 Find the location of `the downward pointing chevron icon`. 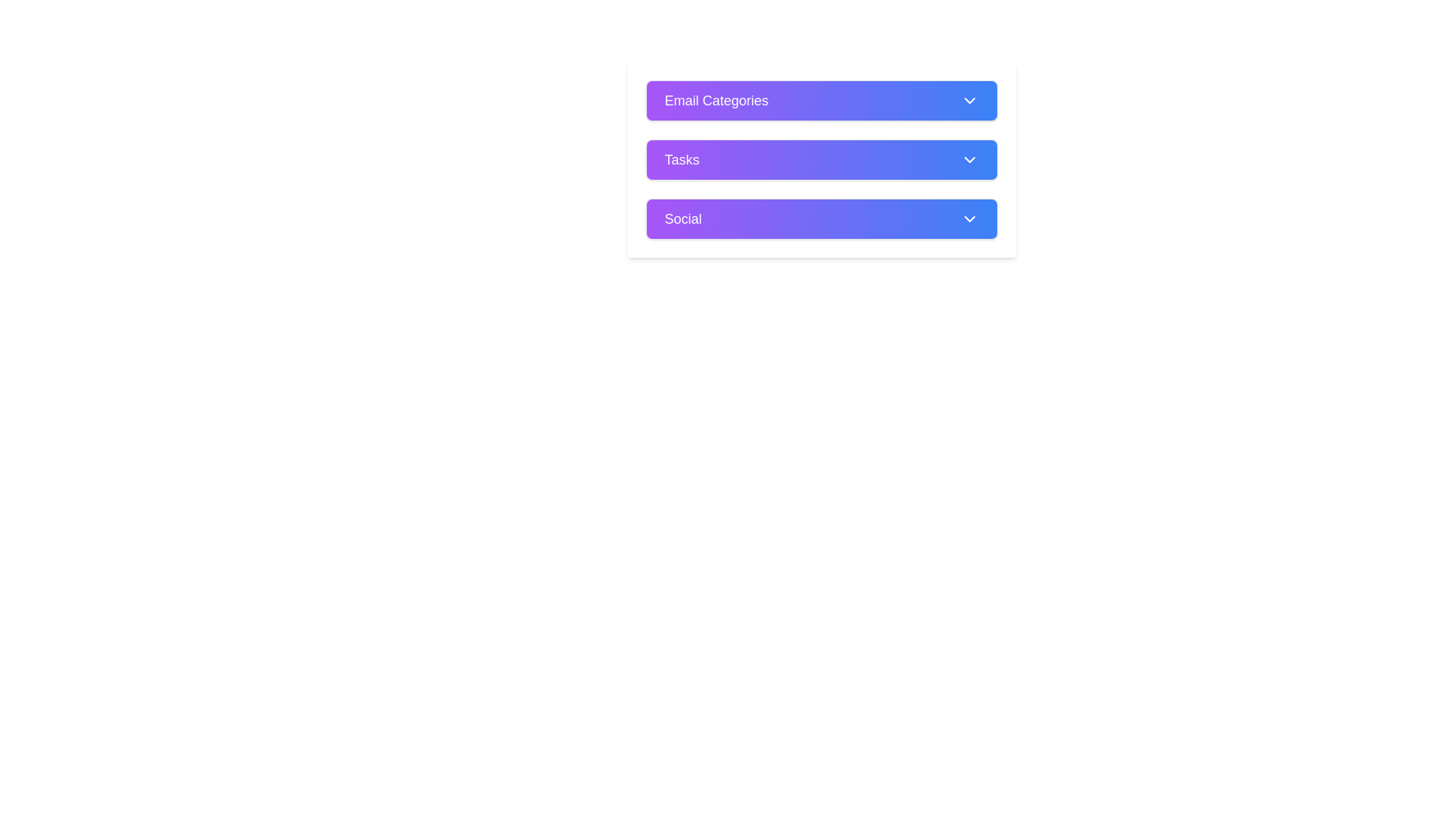

the downward pointing chevron icon is located at coordinates (968, 100).